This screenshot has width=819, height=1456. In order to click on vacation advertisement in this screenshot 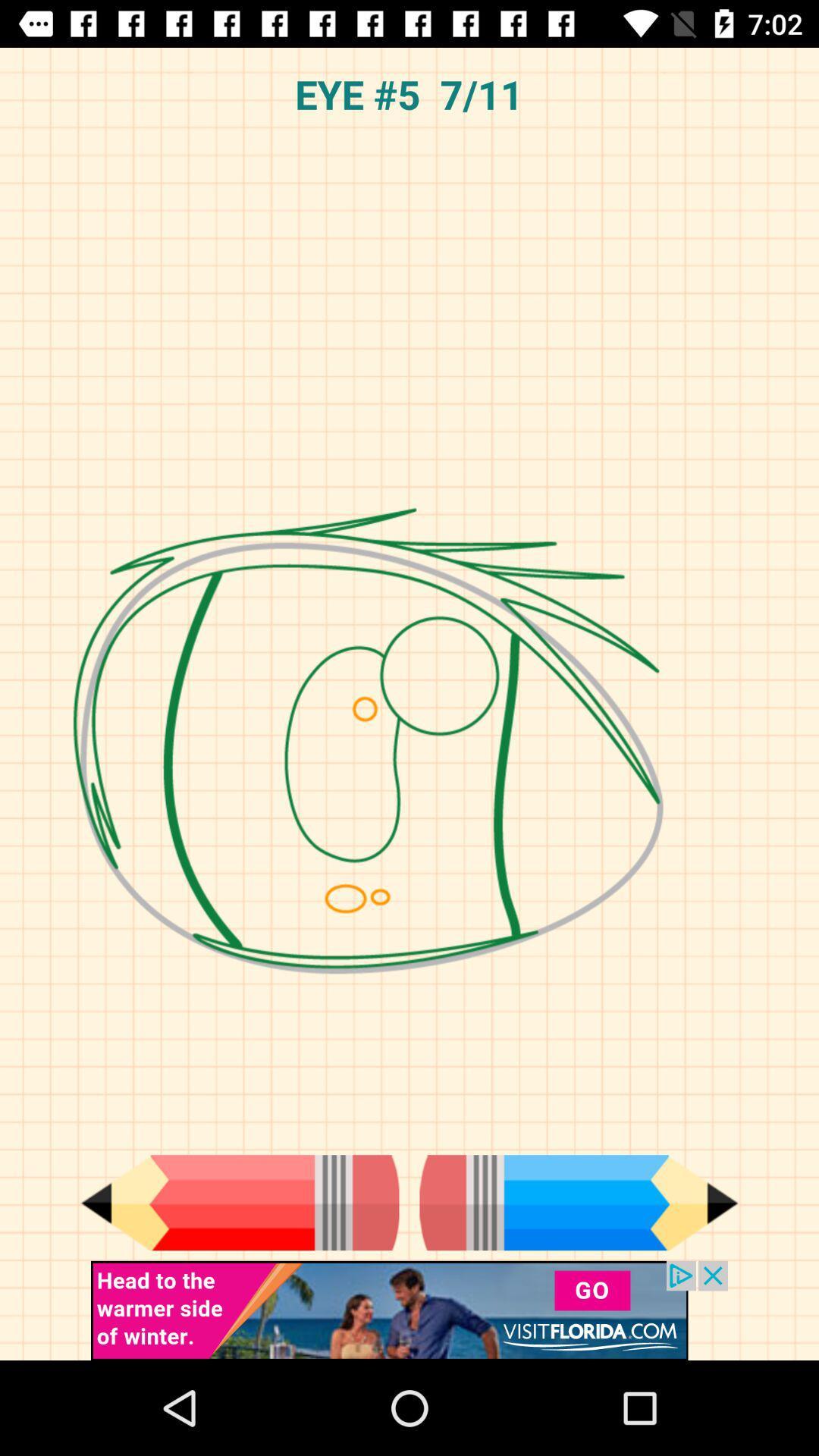, I will do `click(409, 1310)`.